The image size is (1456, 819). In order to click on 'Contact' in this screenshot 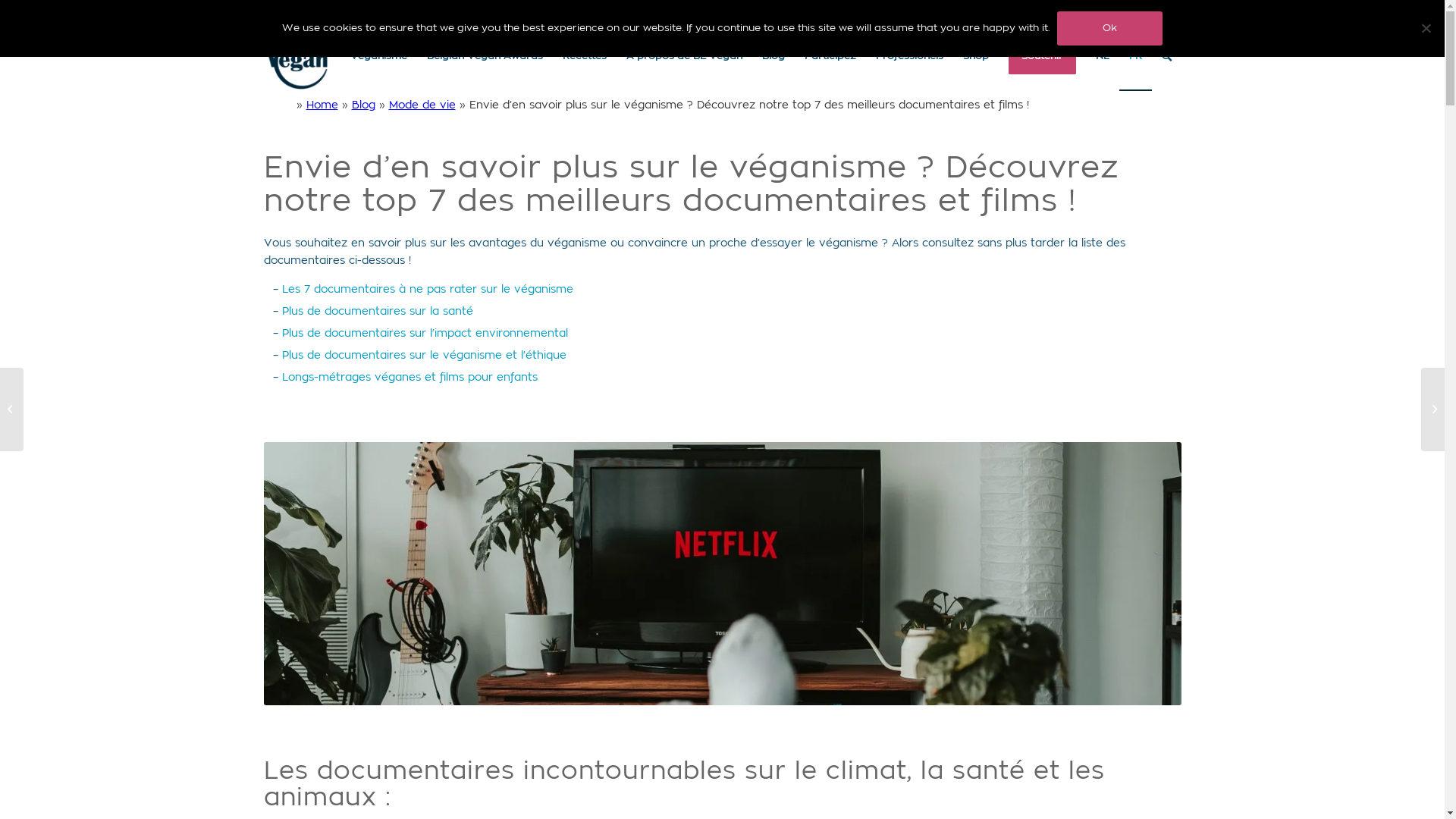, I will do `click(1111, 11)`.